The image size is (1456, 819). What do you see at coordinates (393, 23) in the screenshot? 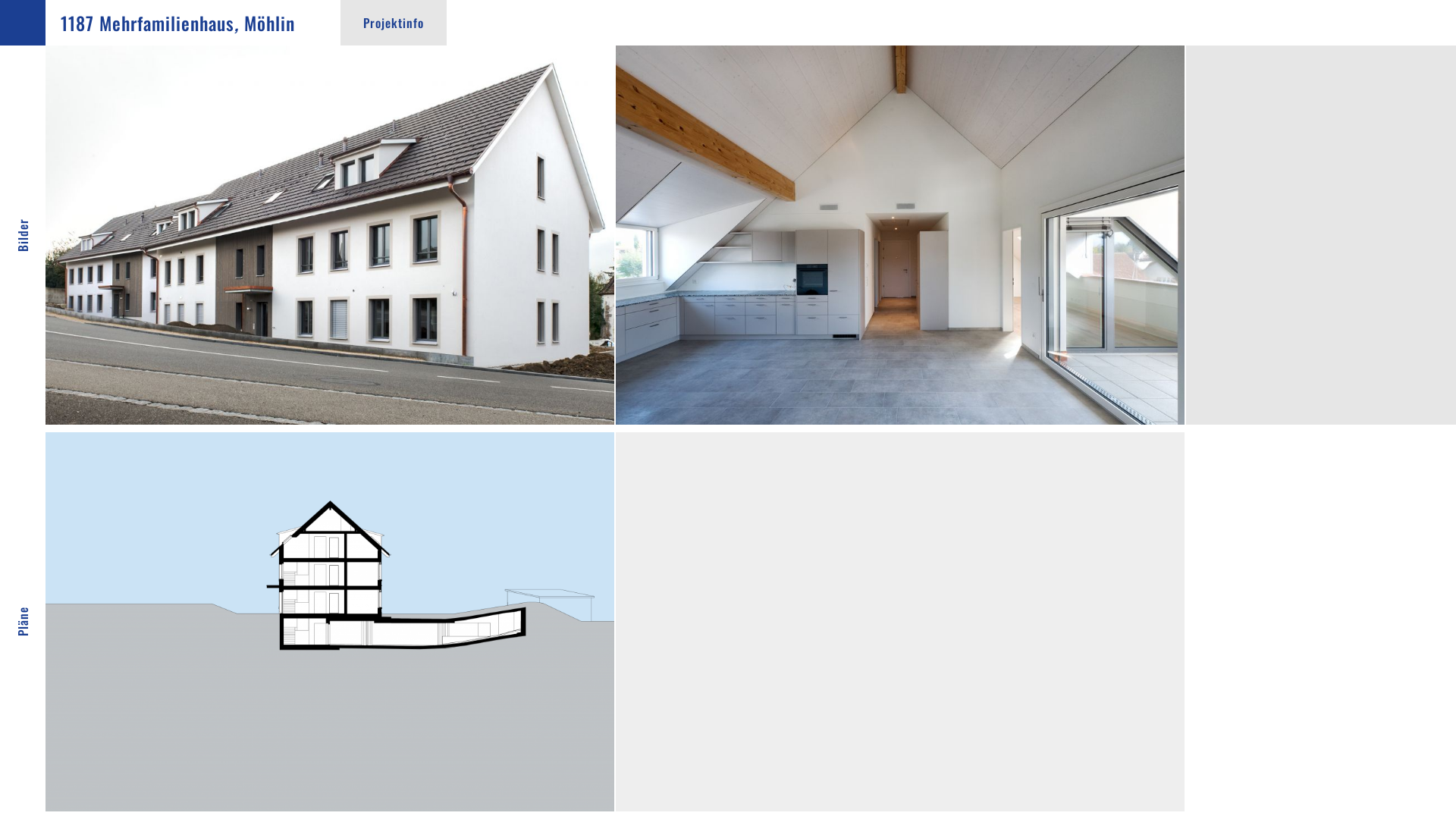
I see `'Projektinfo'` at bounding box center [393, 23].